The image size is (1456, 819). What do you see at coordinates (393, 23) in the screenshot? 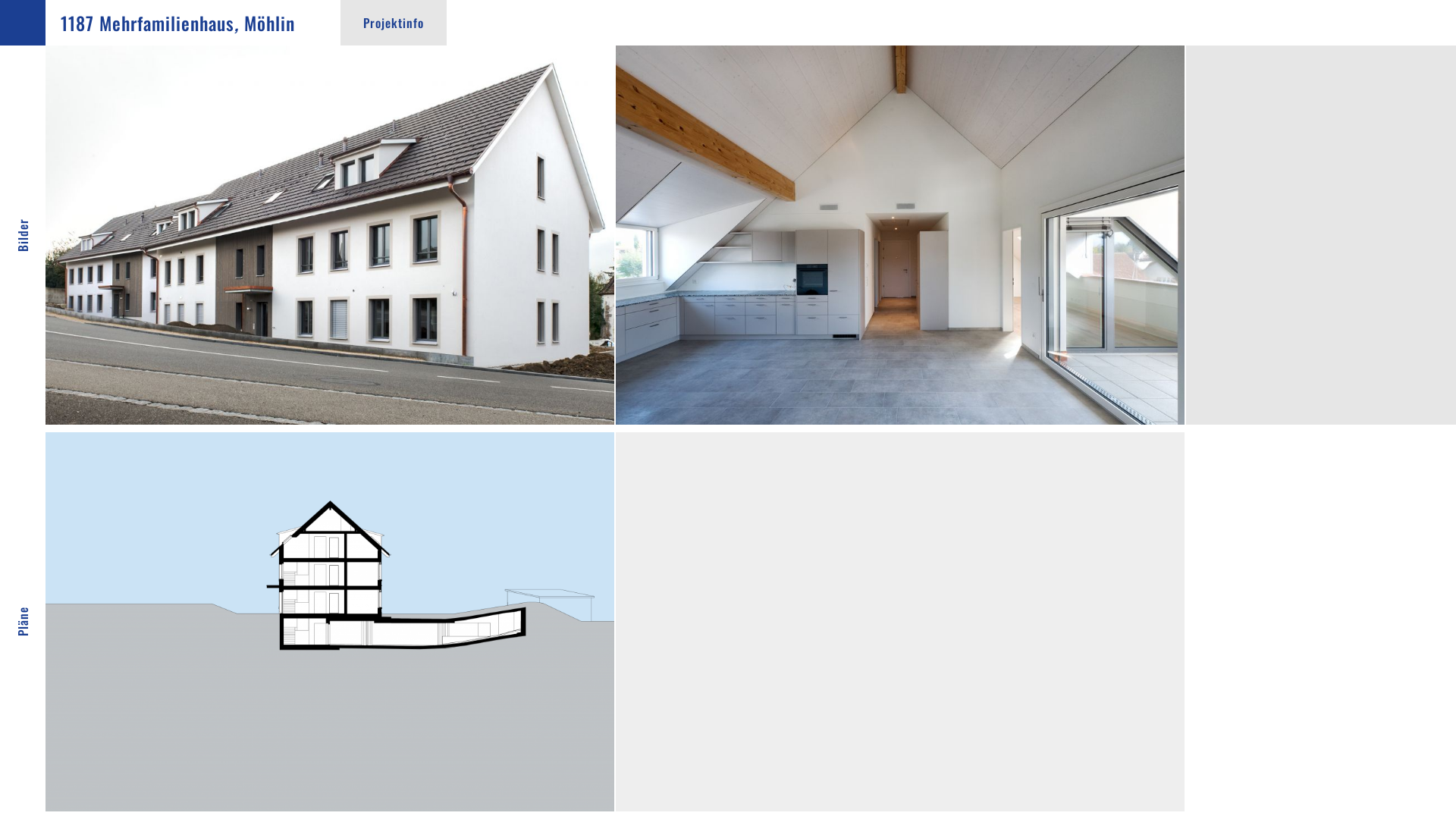
I see `'Projektinfo'` at bounding box center [393, 23].